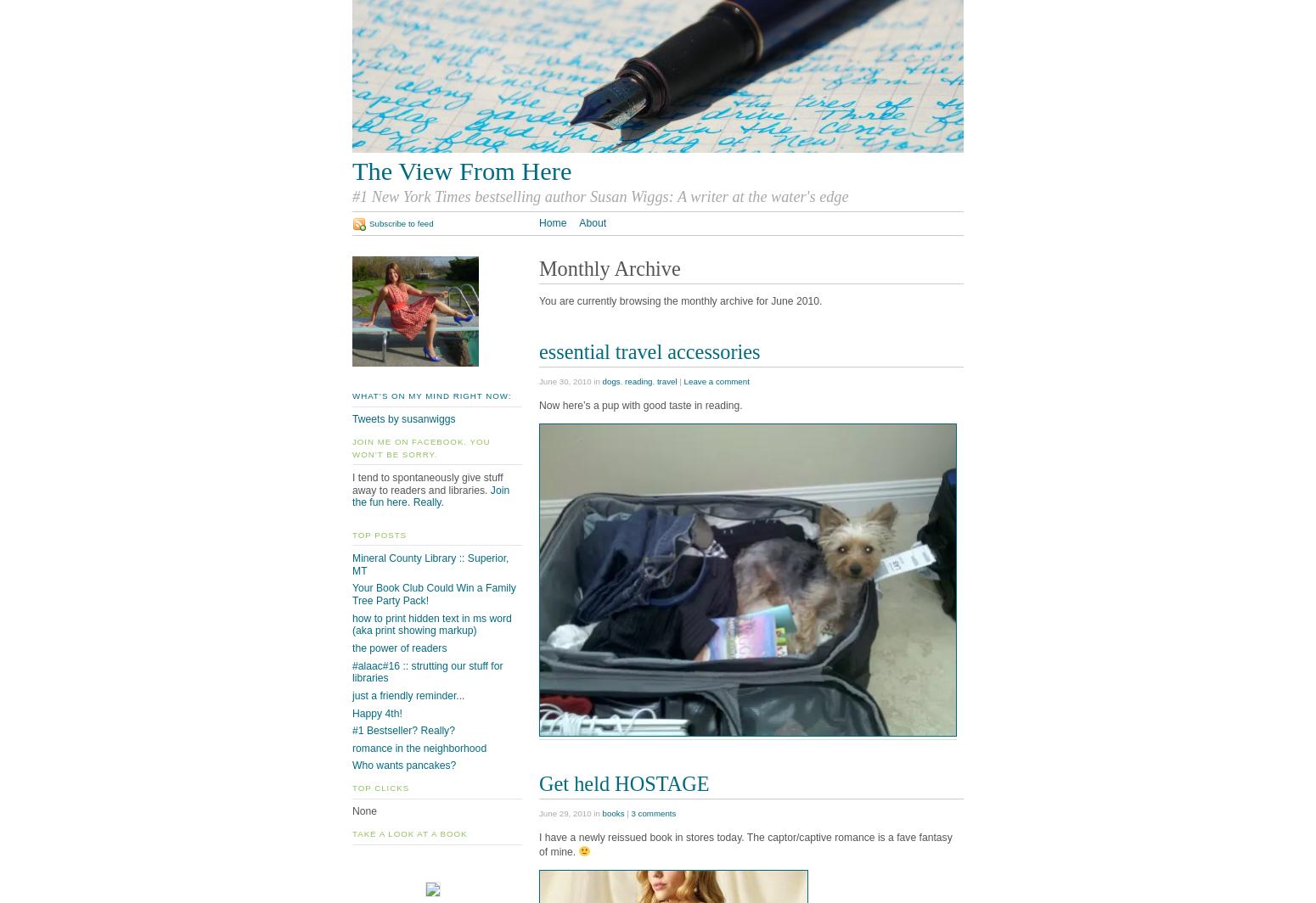 Image resolution: width=1316 pixels, height=903 pixels. What do you see at coordinates (408, 833) in the screenshot?
I see `'take a look at a book'` at bounding box center [408, 833].